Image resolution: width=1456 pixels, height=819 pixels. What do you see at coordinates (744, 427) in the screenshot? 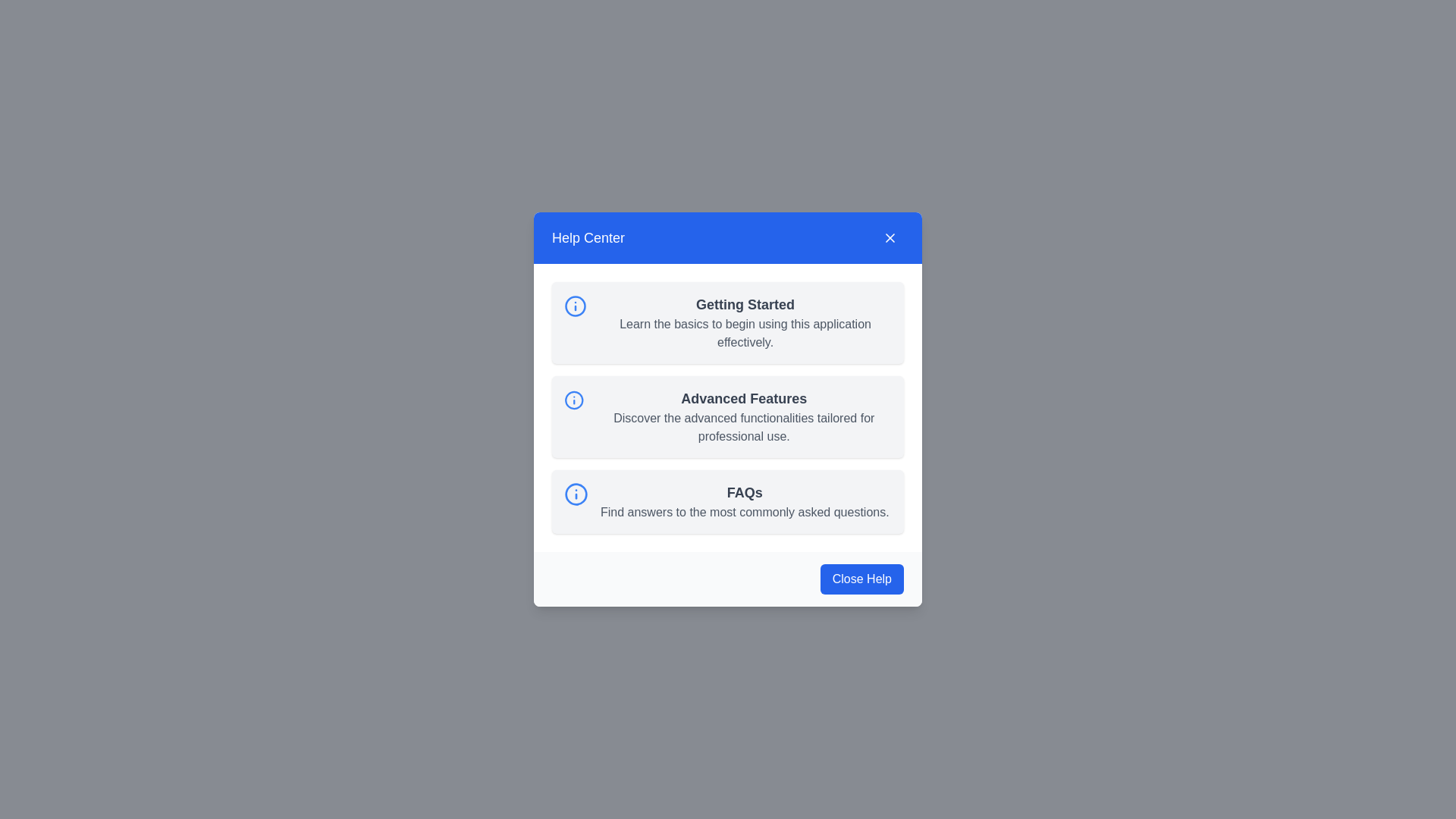
I see `the explanatory text label located beneath the 'Advanced Features' header in the 'Help Center' dialog` at bounding box center [744, 427].